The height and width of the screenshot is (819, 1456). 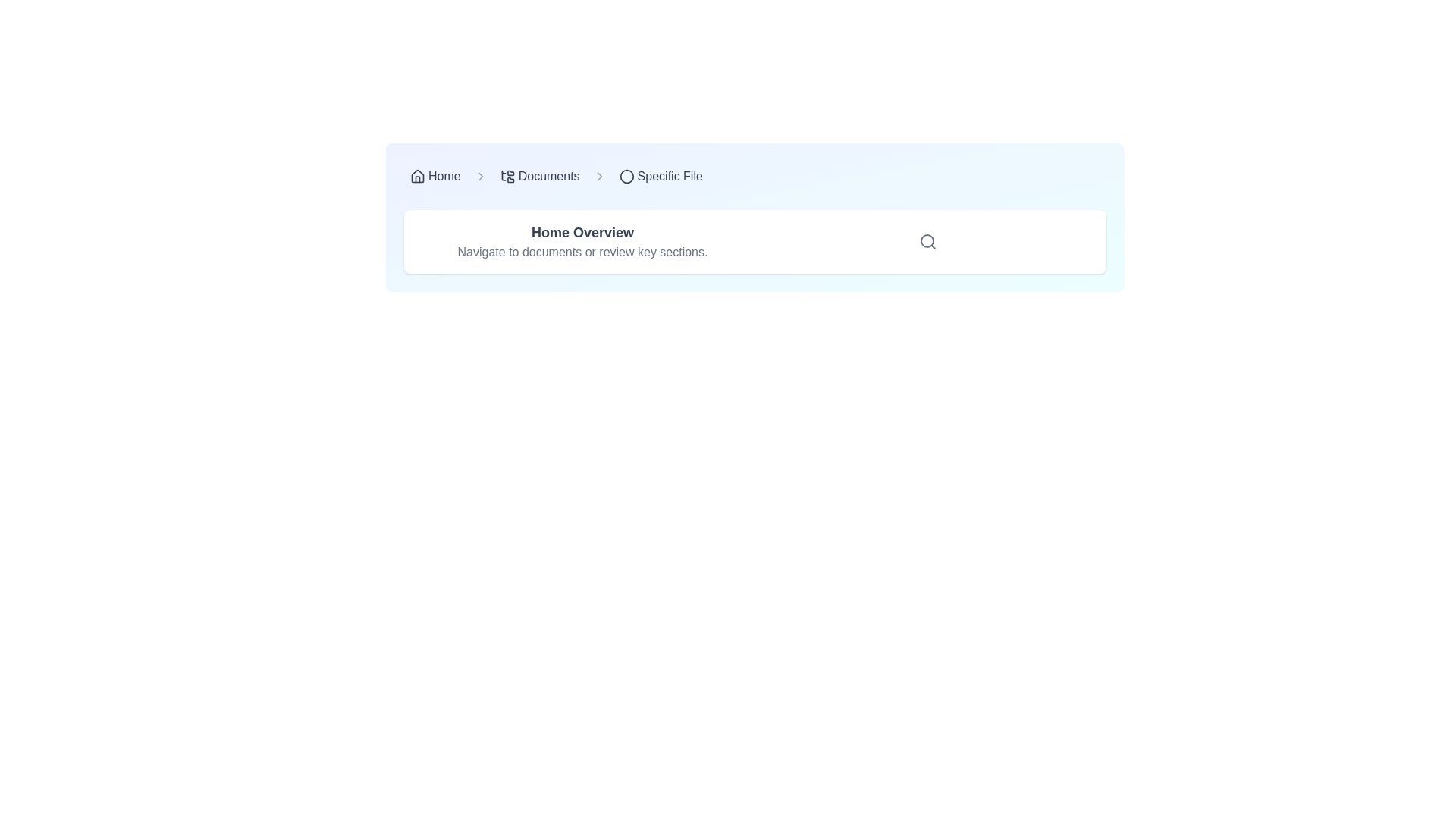 What do you see at coordinates (435, 175) in the screenshot?
I see `the first item in the breadcrumb navigation bar, which functions as a hyperlink to navigate back to the homepage, to observe the visual hover effect` at bounding box center [435, 175].